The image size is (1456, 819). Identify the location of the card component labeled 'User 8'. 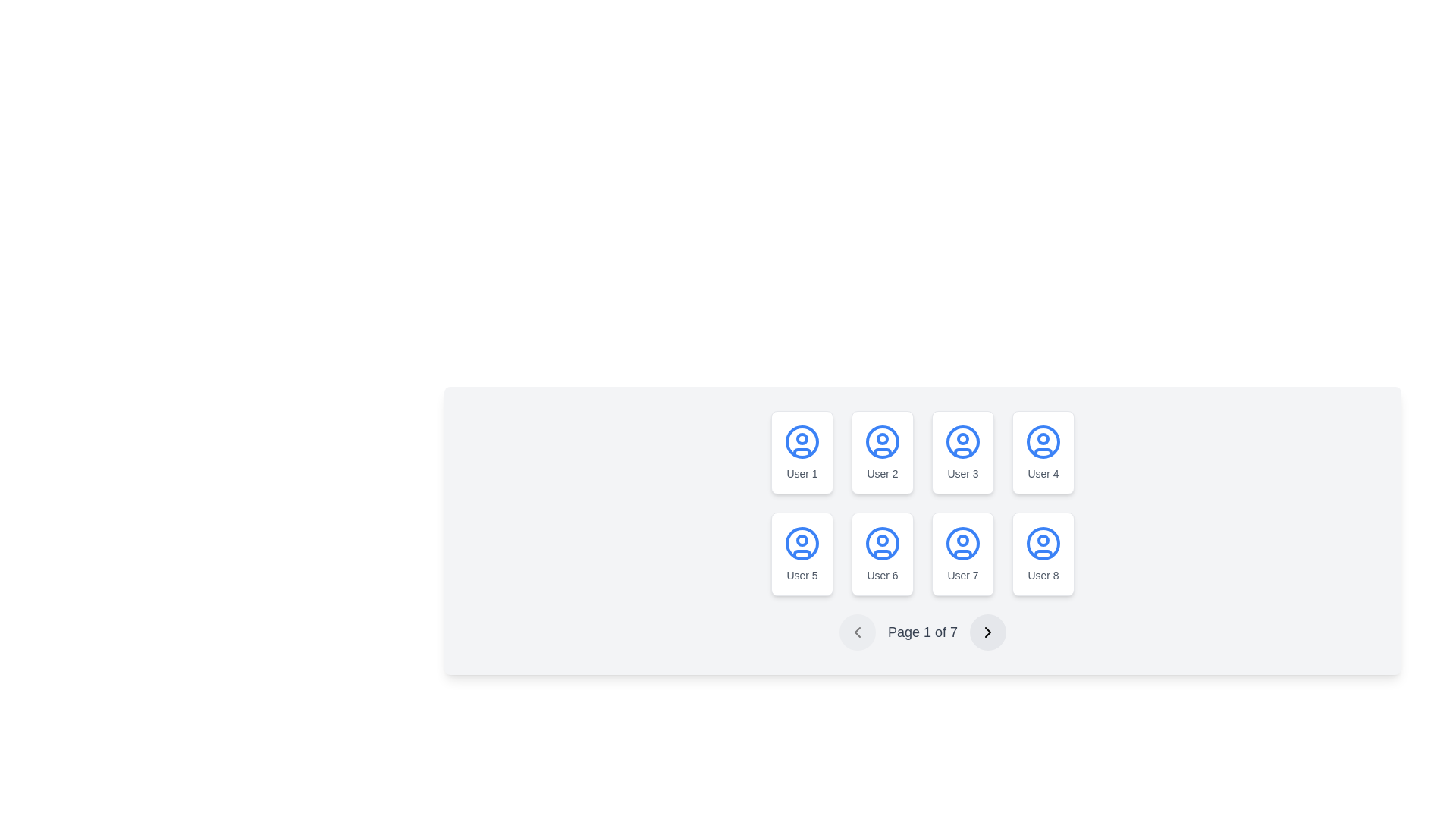
(1043, 554).